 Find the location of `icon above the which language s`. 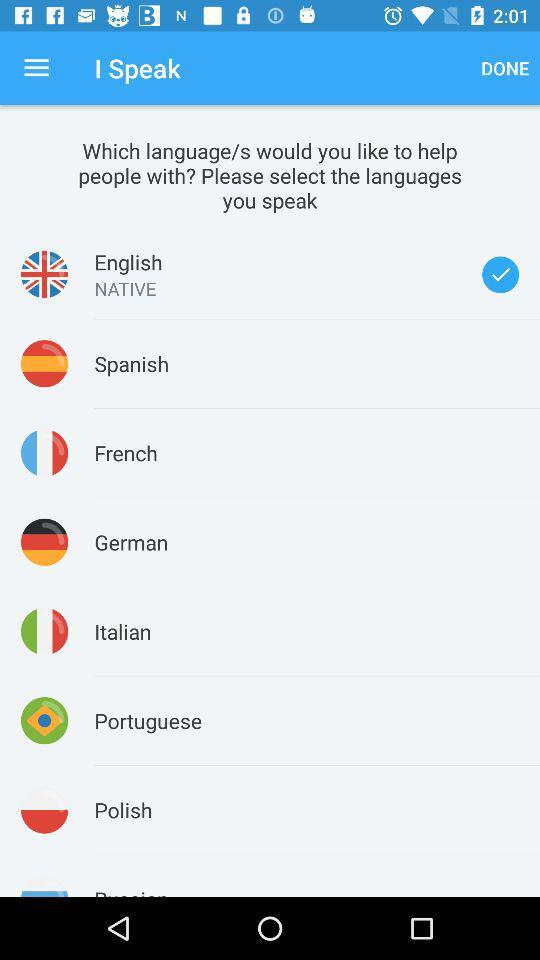

icon above the which language s is located at coordinates (504, 68).